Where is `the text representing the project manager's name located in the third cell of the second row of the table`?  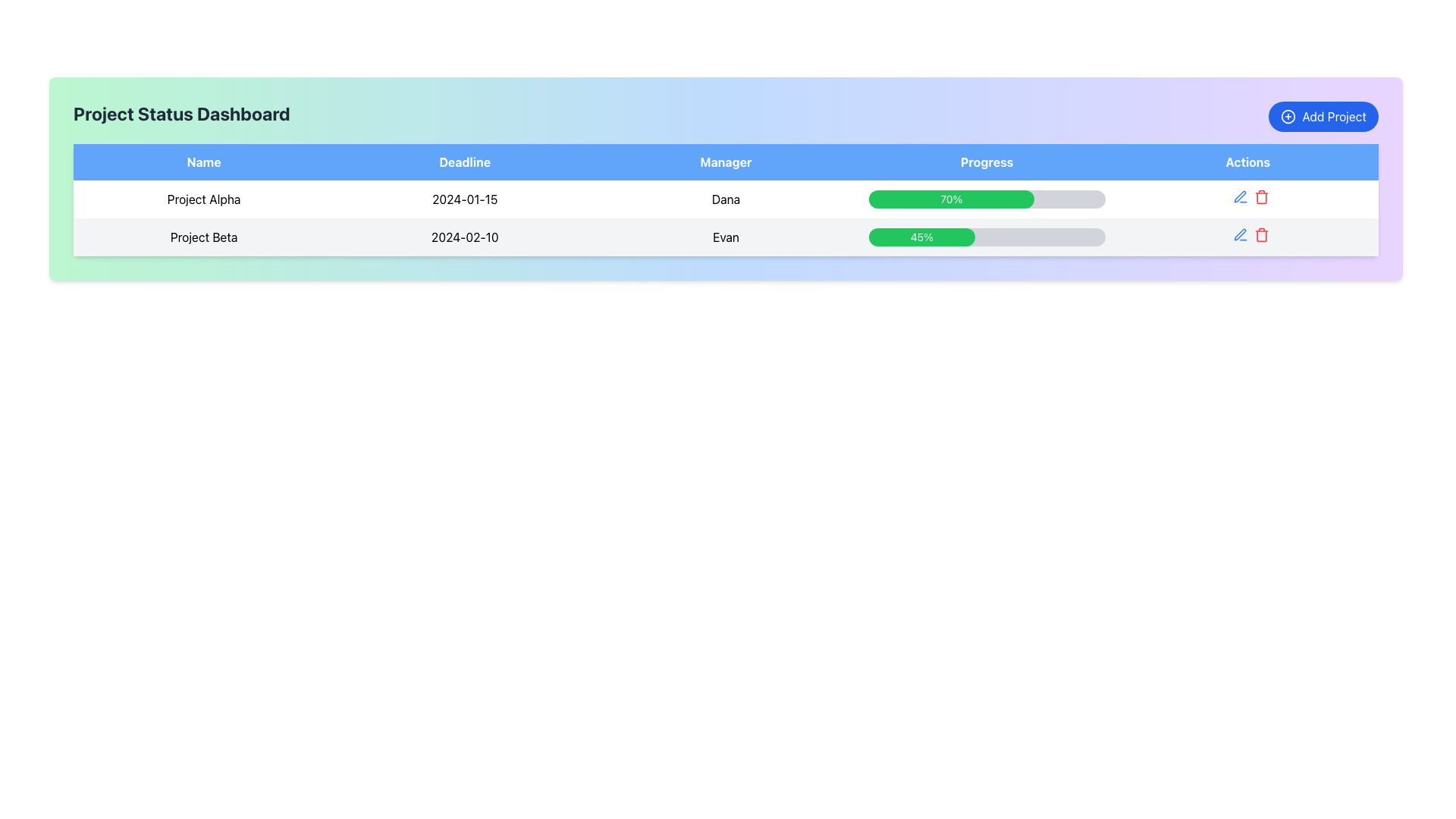 the text representing the project manager's name located in the third cell of the second row of the table is located at coordinates (725, 237).